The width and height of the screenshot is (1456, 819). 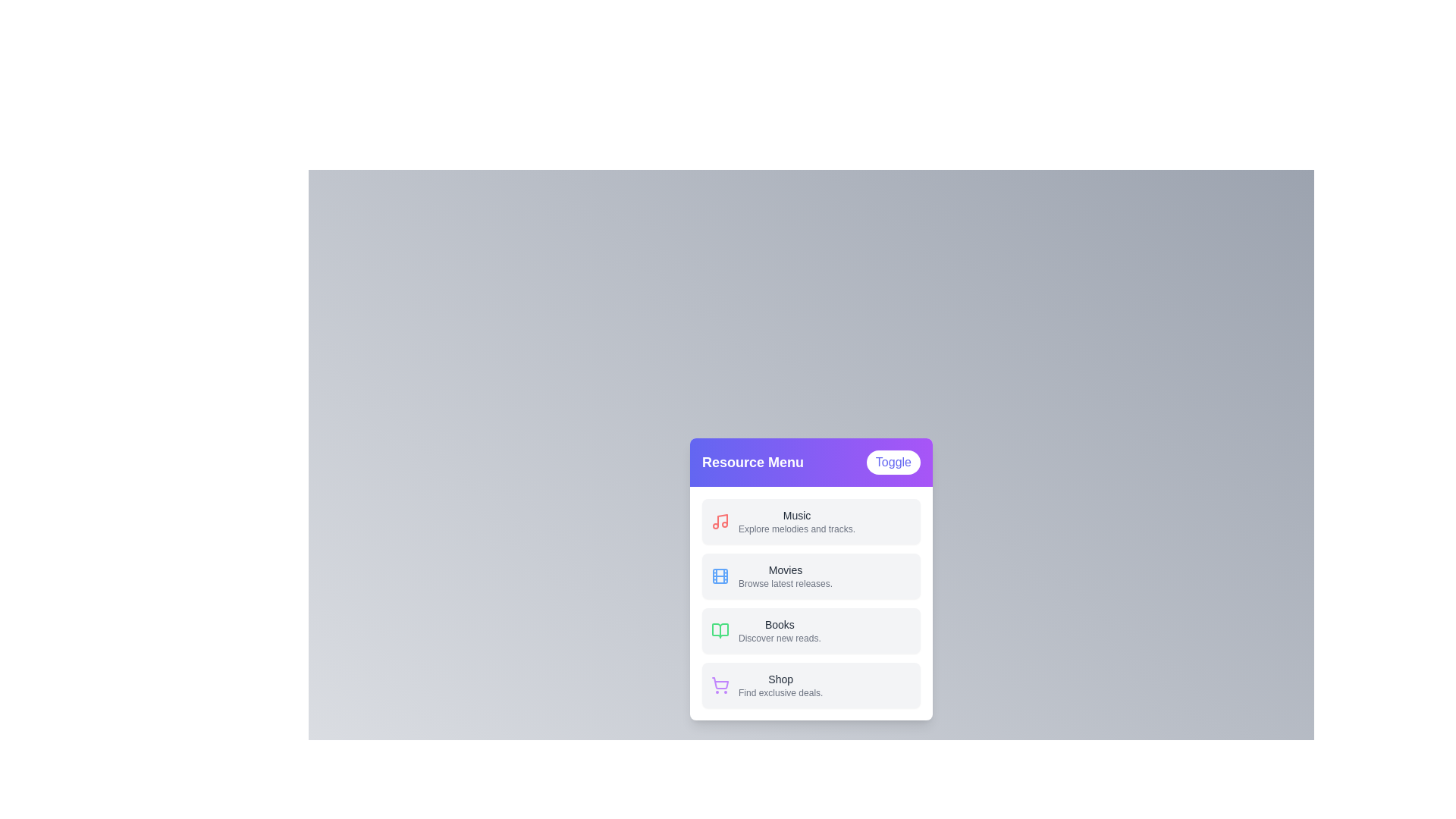 I want to click on the menu item labeled 'Shop', so click(x=811, y=685).